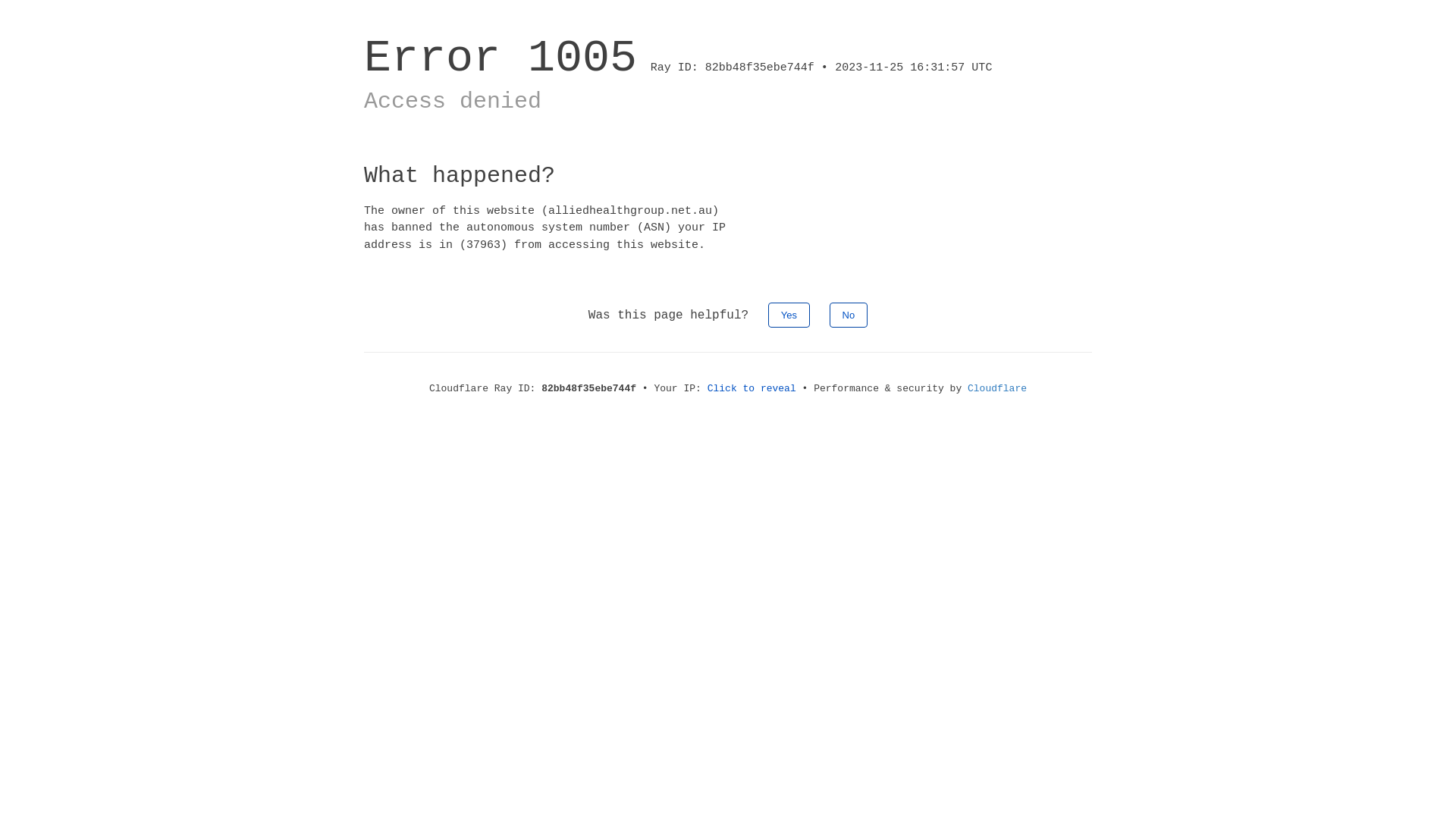 This screenshot has width=1456, height=819. Describe the element at coordinates (848, 314) in the screenshot. I see `'No'` at that location.